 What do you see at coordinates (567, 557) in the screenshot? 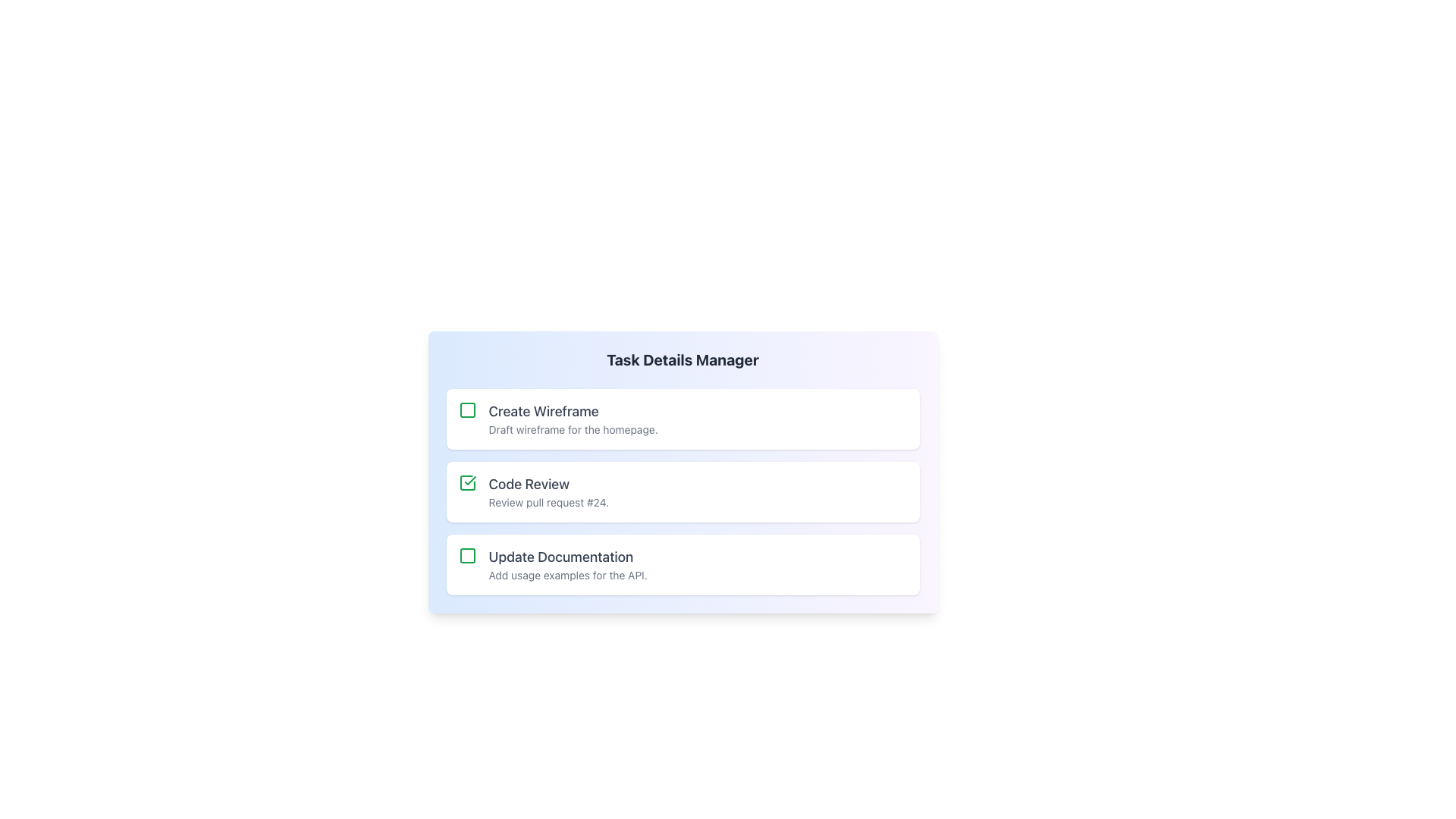
I see `the text label 'Update Documentation'` at bounding box center [567, 557].